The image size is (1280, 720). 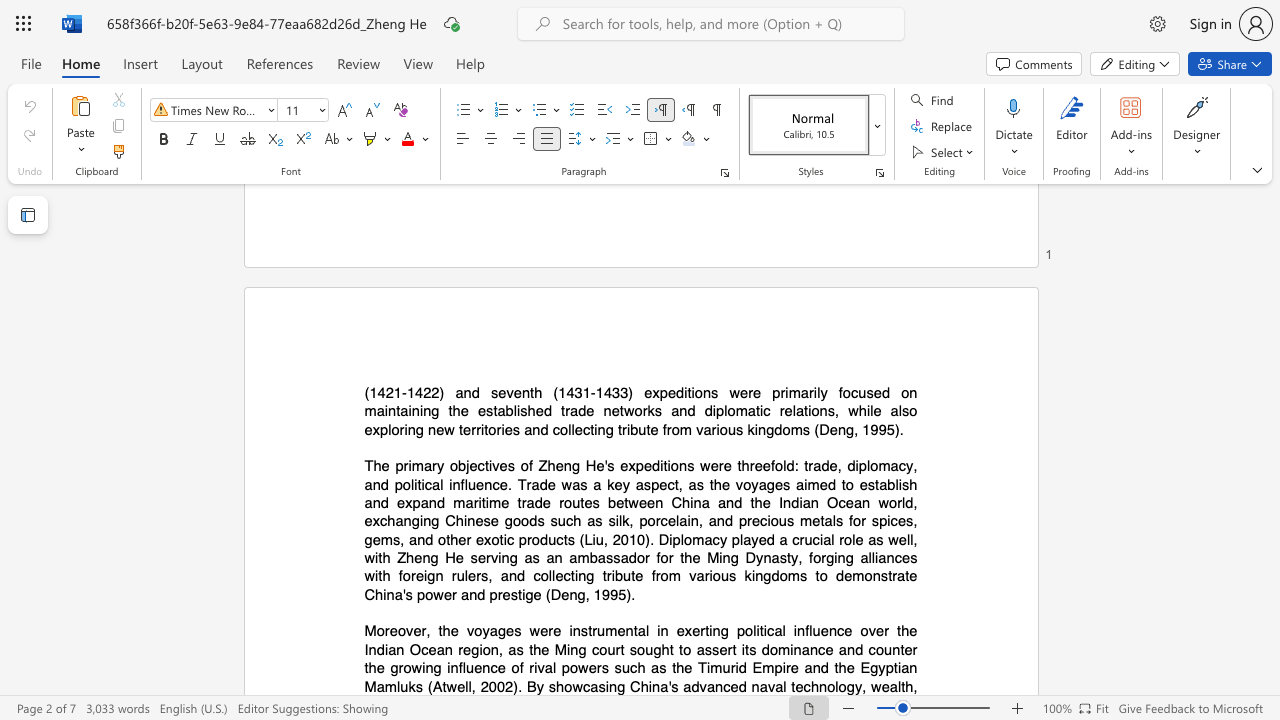 What do you see at coordinates (471, 685) in the screenshot?
I see `the space between the continuous character "l" and "," in the text` at bounding box center [471, 685].